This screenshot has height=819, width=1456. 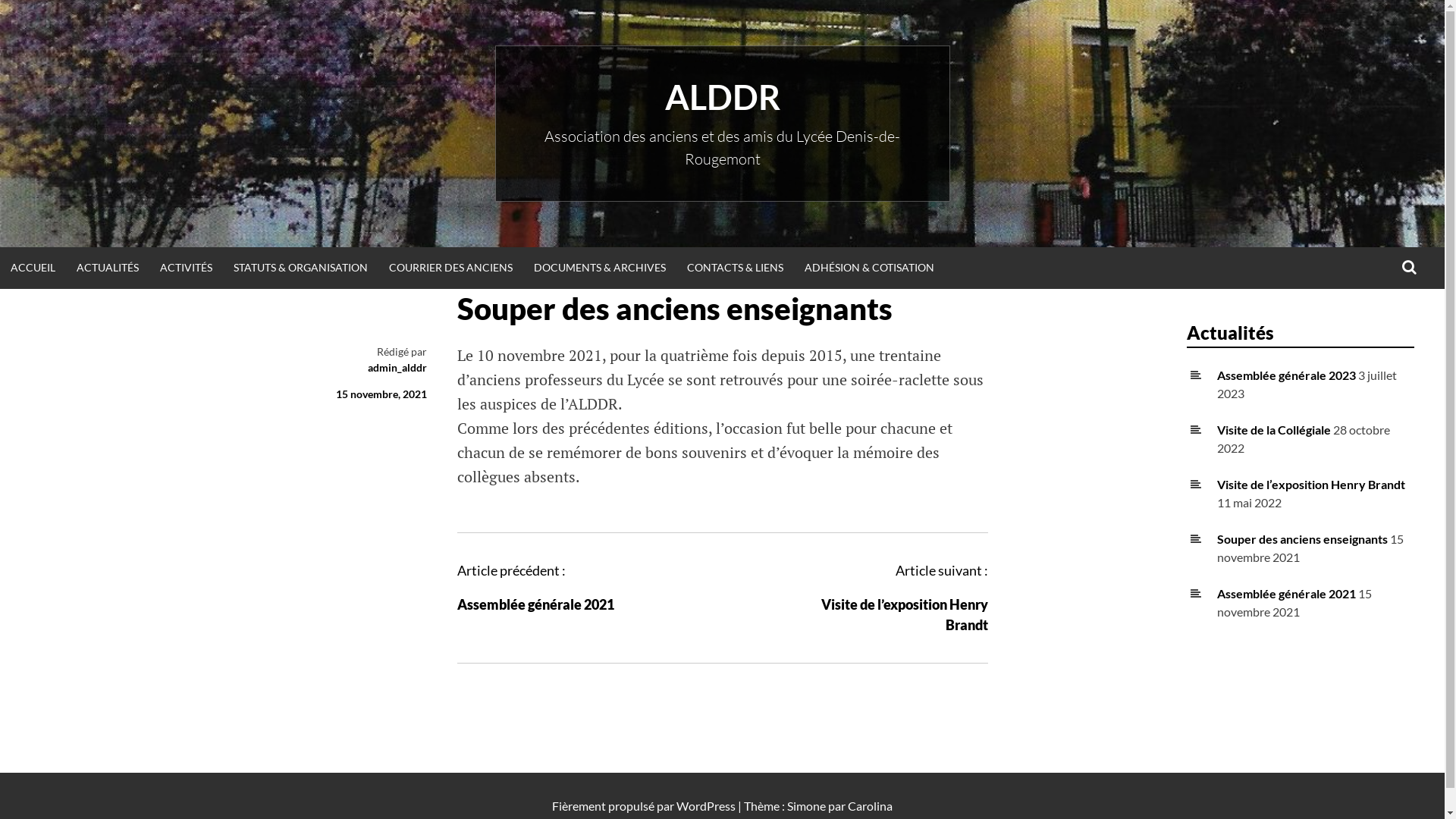 I want to click on 'DOCUMENTS & ARCHIVES', so click(x=599, y=267).